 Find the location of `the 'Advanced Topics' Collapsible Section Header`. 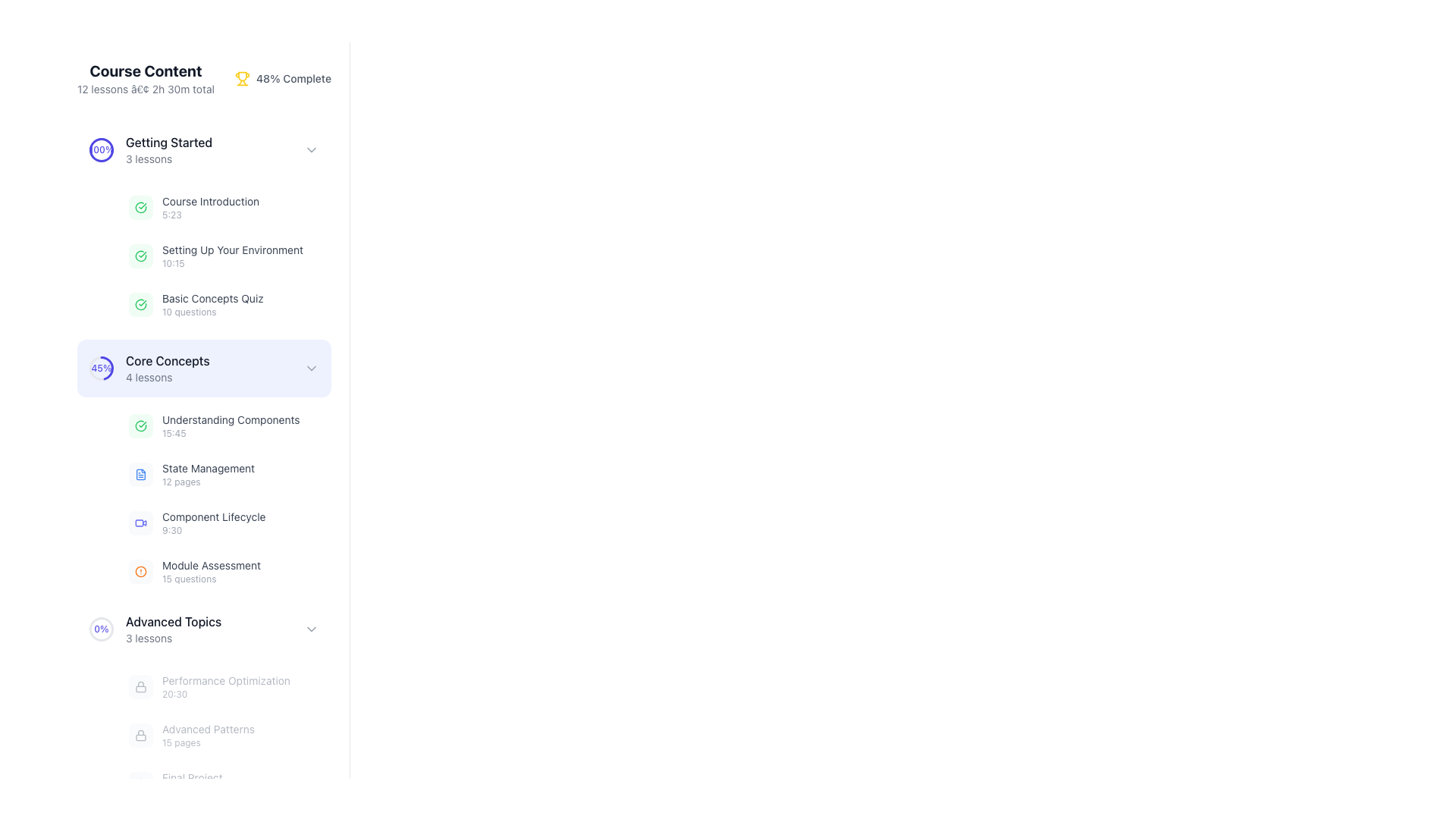

the 'Advanced Topics' Collapsible Section Header is located at coordinates (203, 629).